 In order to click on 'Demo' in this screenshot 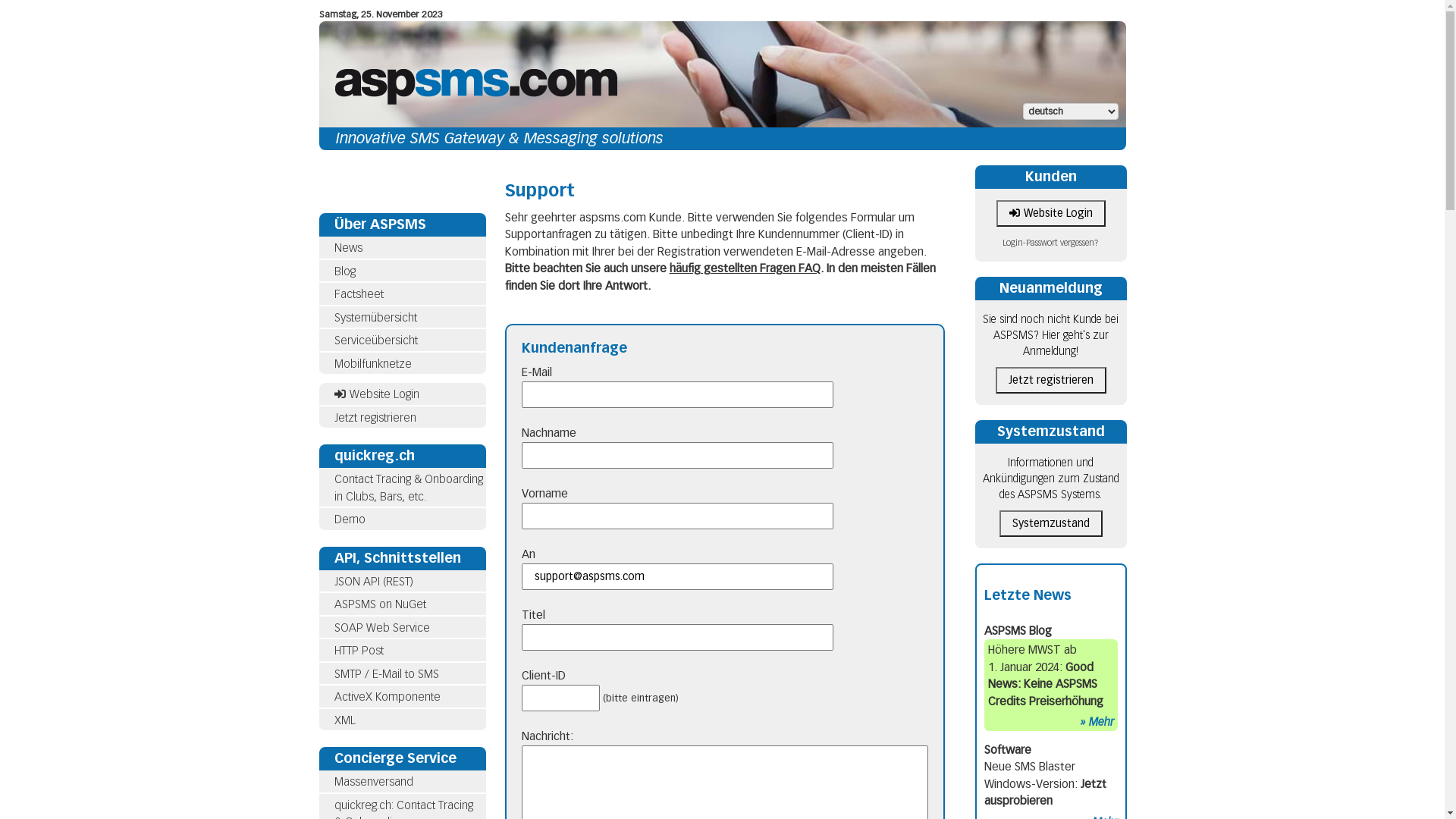, I will do `click(333, 519)`.